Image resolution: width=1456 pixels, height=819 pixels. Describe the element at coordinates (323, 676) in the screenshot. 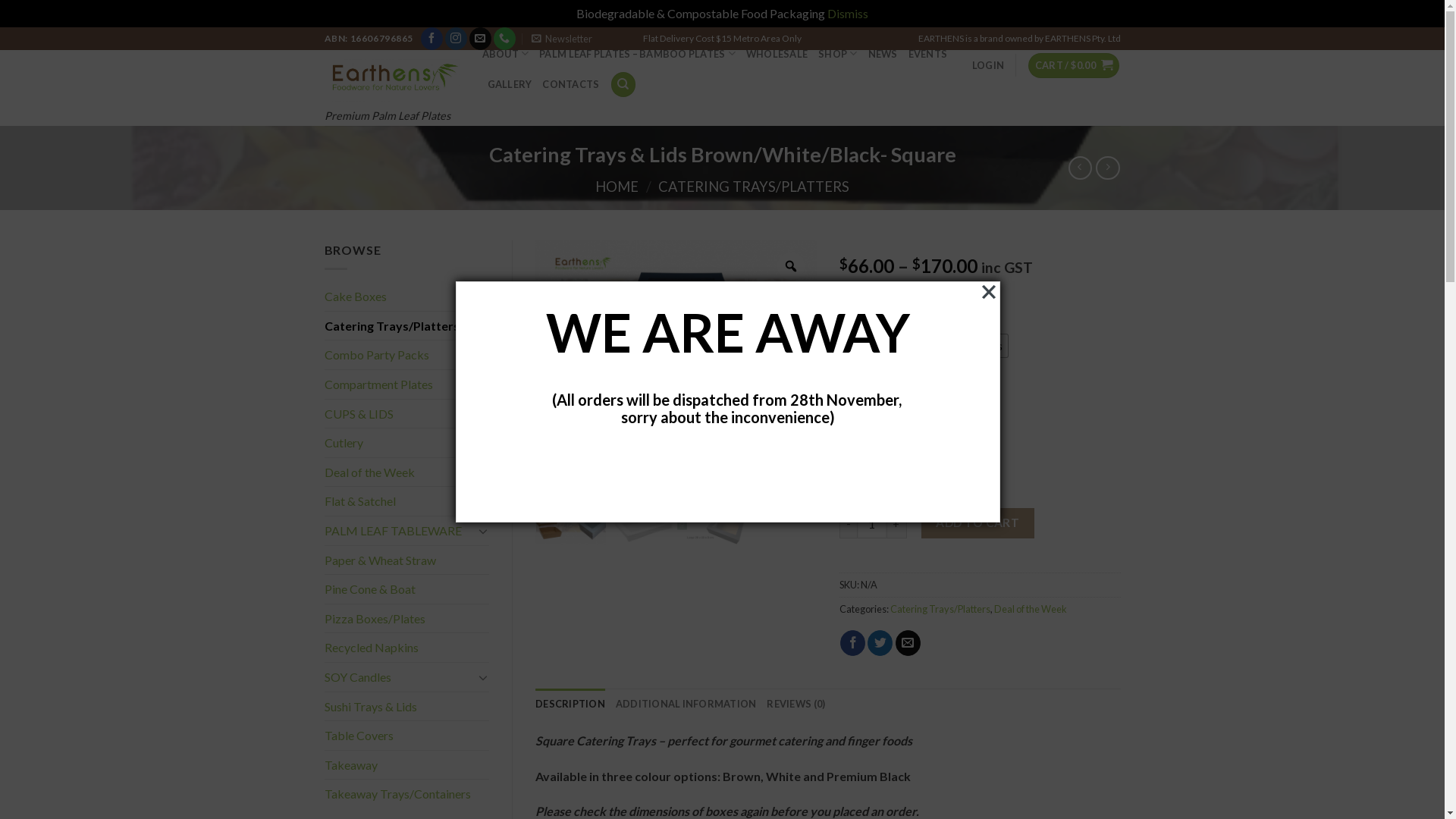

I see `'SOY Candles'` at that location.